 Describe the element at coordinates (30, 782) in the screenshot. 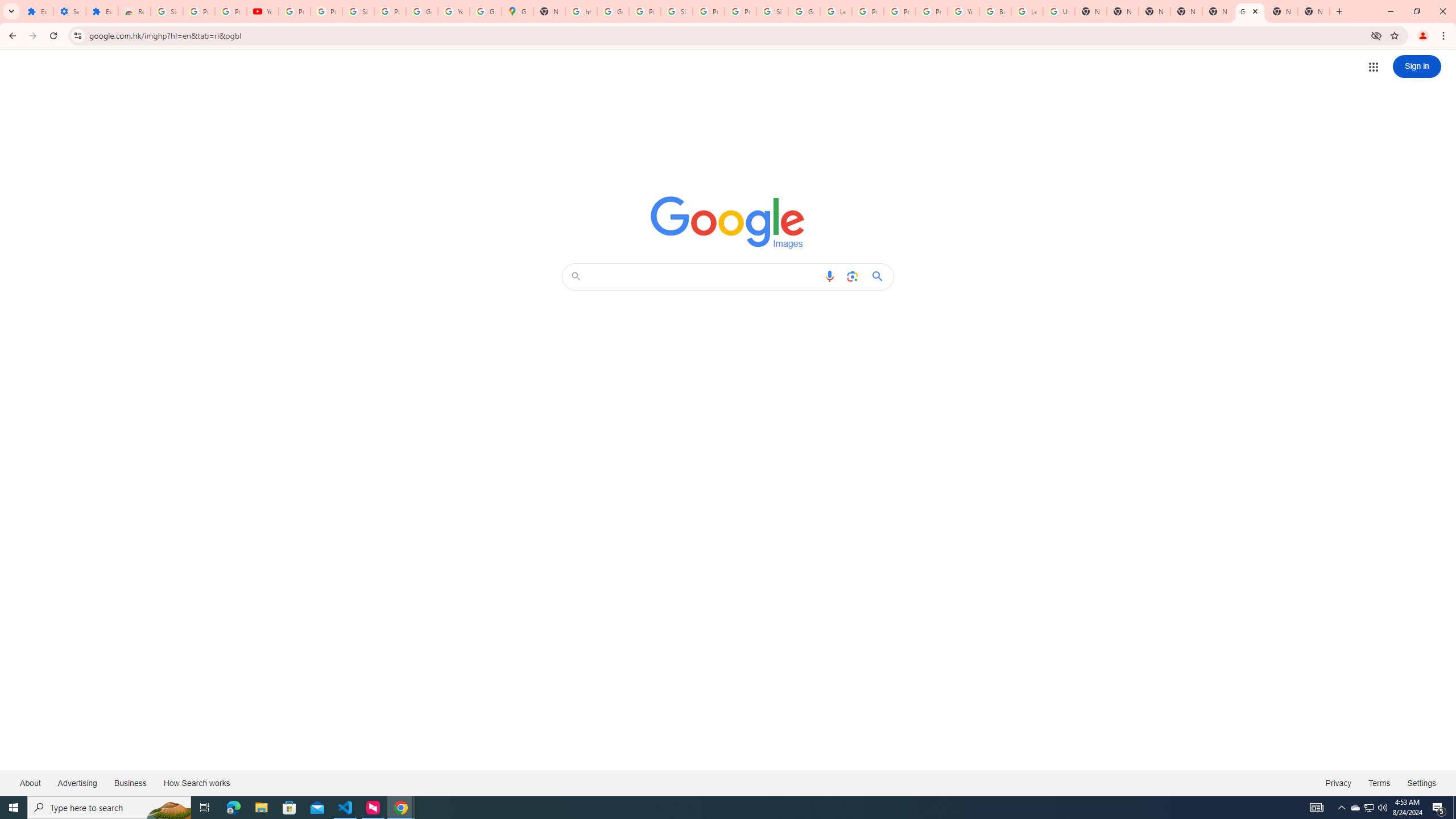

I see `'About'` at that location.